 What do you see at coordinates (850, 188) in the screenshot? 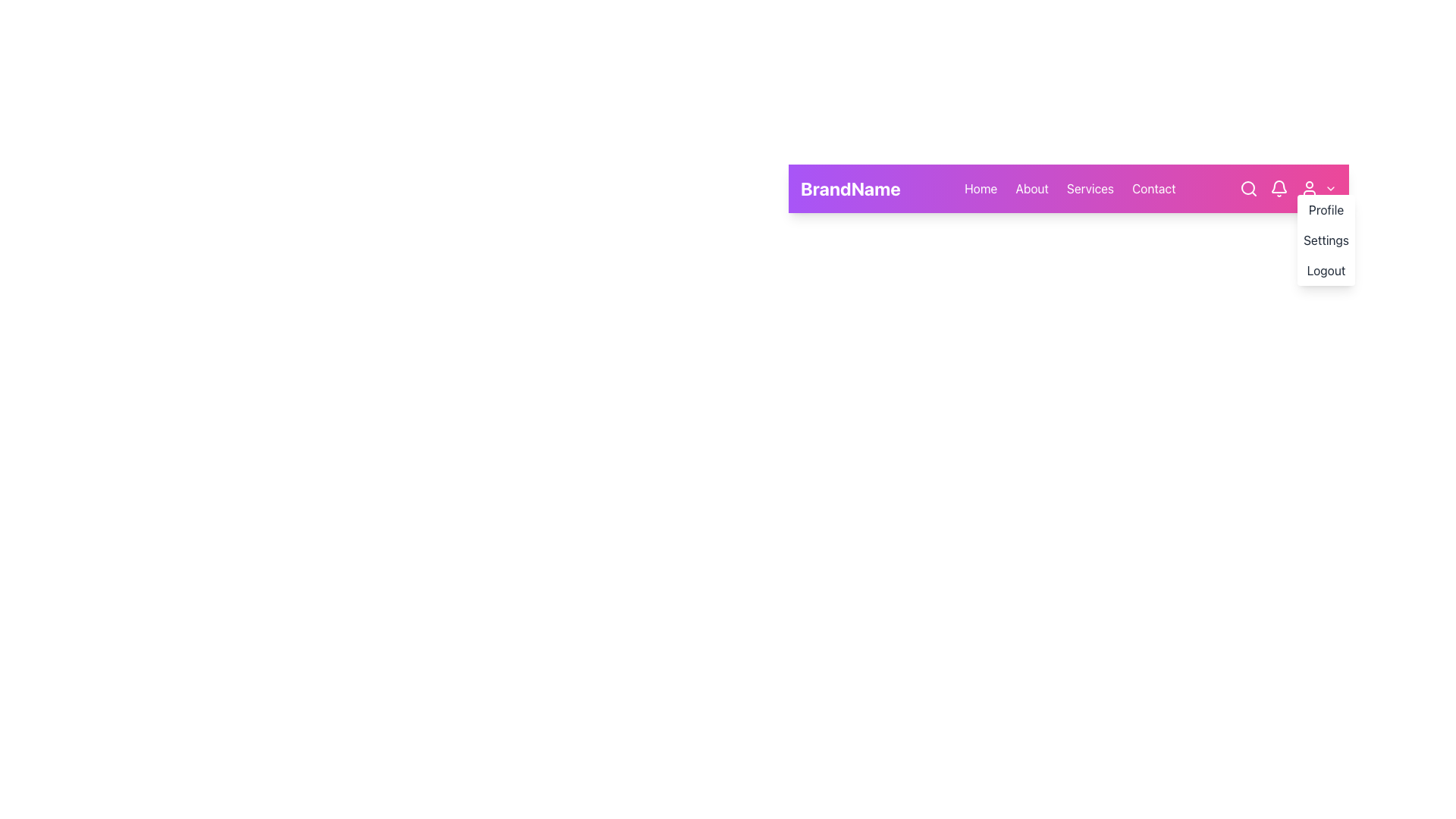
I see `the brand's visual identifier text label on the navigation bar` at bounding box center [850, 188].